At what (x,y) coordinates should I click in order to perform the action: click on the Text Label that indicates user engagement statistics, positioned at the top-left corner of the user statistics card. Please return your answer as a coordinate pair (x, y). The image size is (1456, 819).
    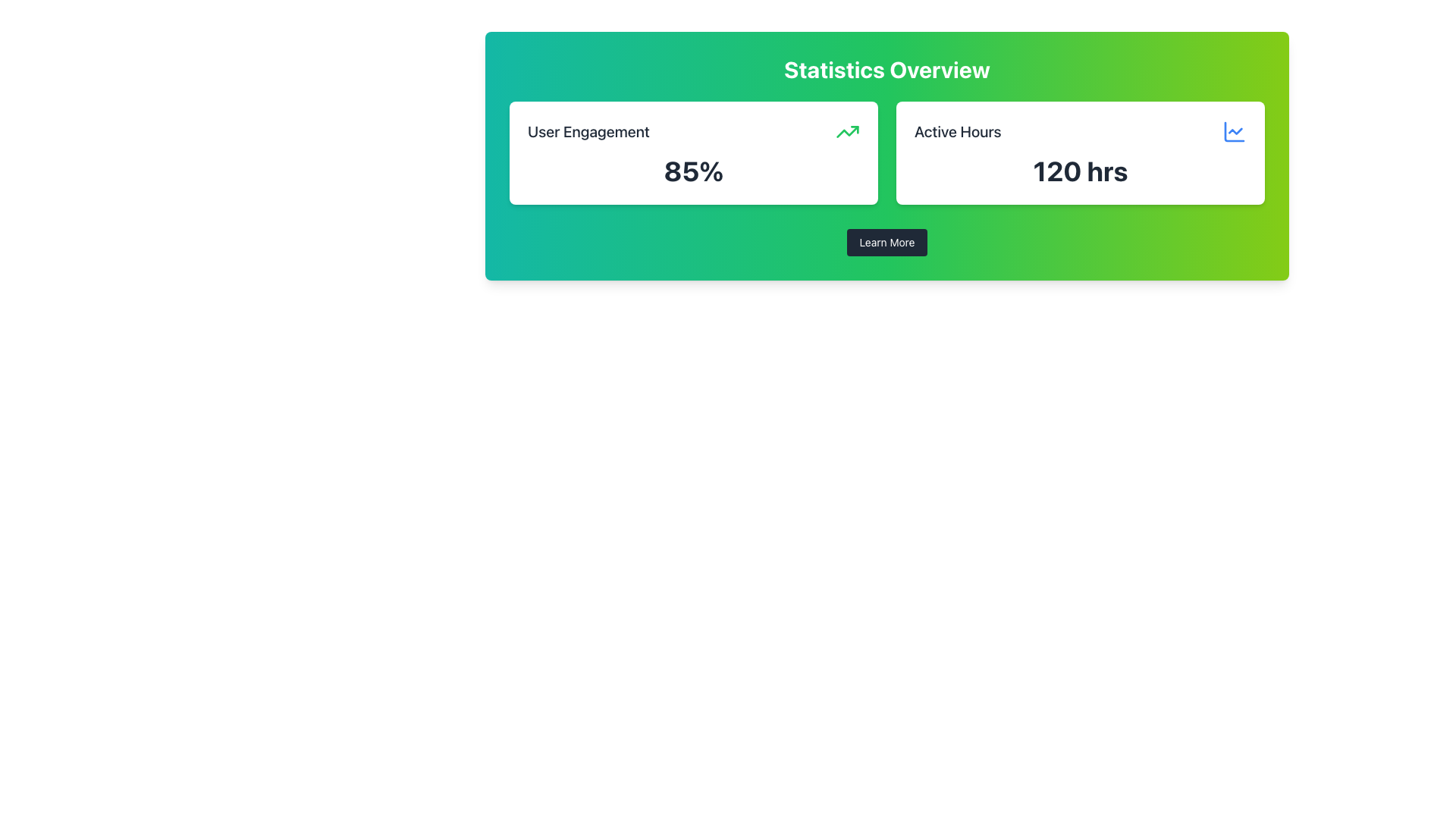
    Looking at the image, I should click on (588, 130).